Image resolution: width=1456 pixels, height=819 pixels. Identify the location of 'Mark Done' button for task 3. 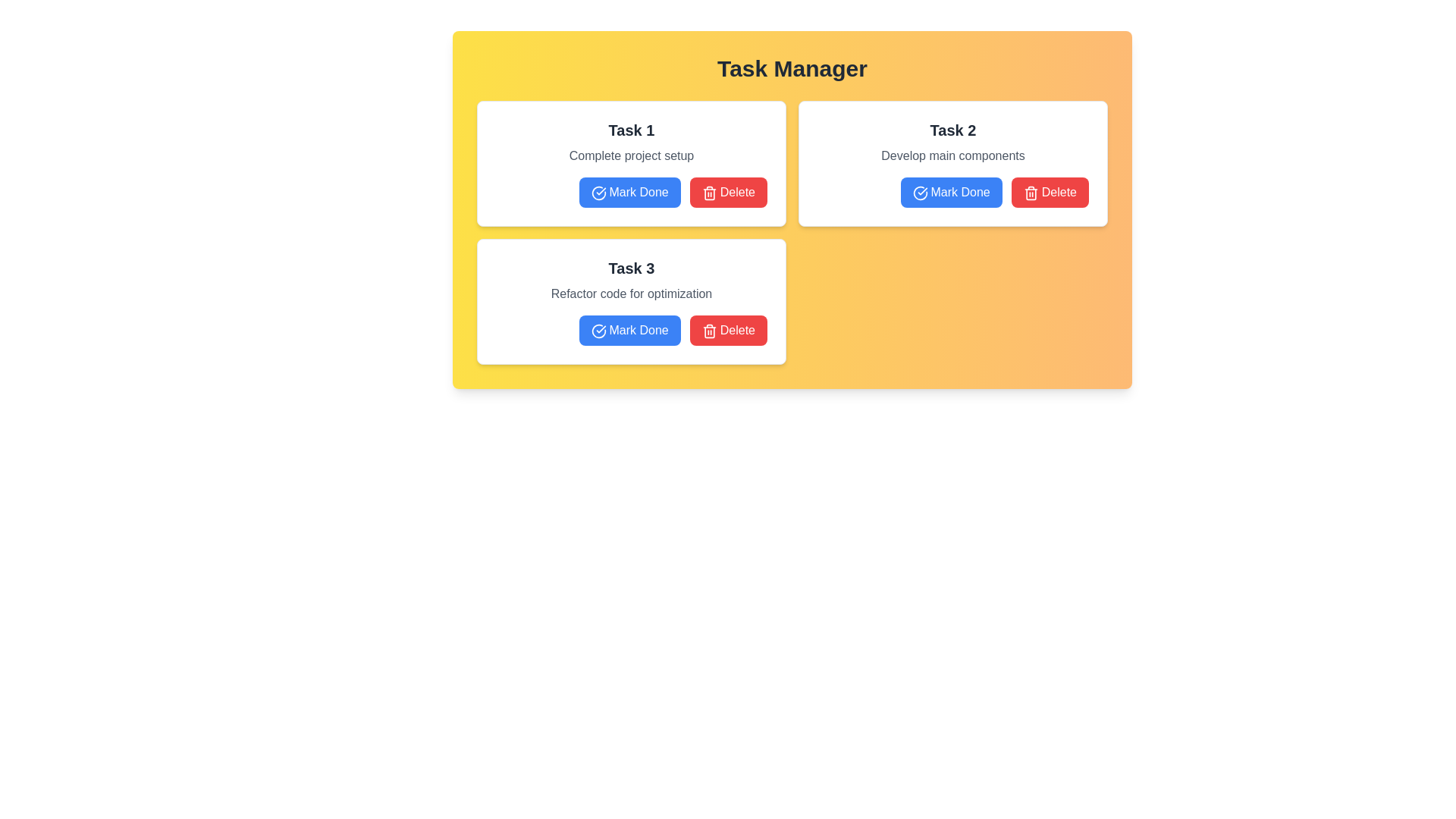
(629, 329).